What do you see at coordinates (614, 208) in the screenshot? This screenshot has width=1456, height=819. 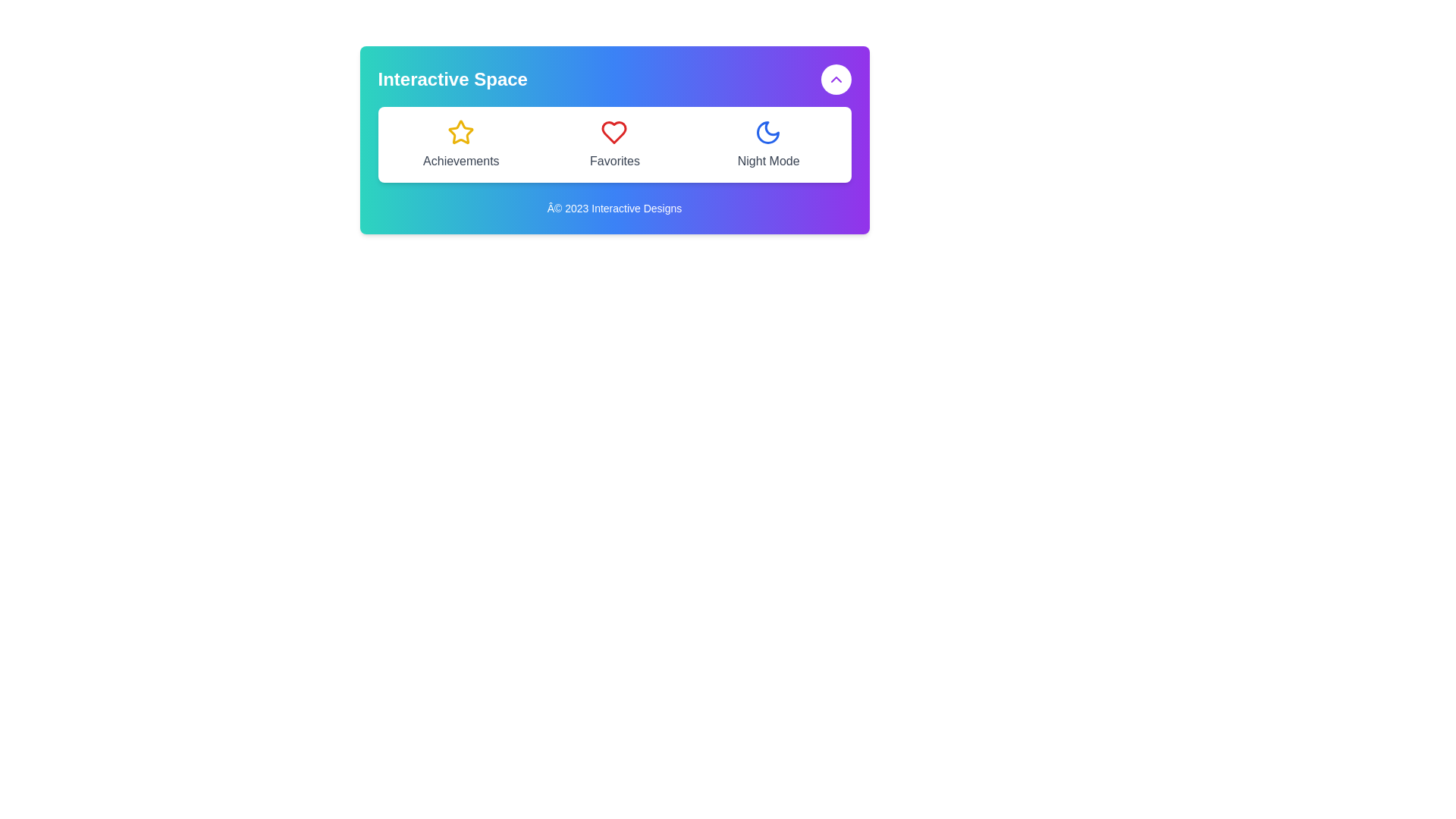 I see `the text label displaying '© 2023 Interactive Designs' which is styled in small white text and centered at the bottom of the interface` at bounding box center [614, 208].